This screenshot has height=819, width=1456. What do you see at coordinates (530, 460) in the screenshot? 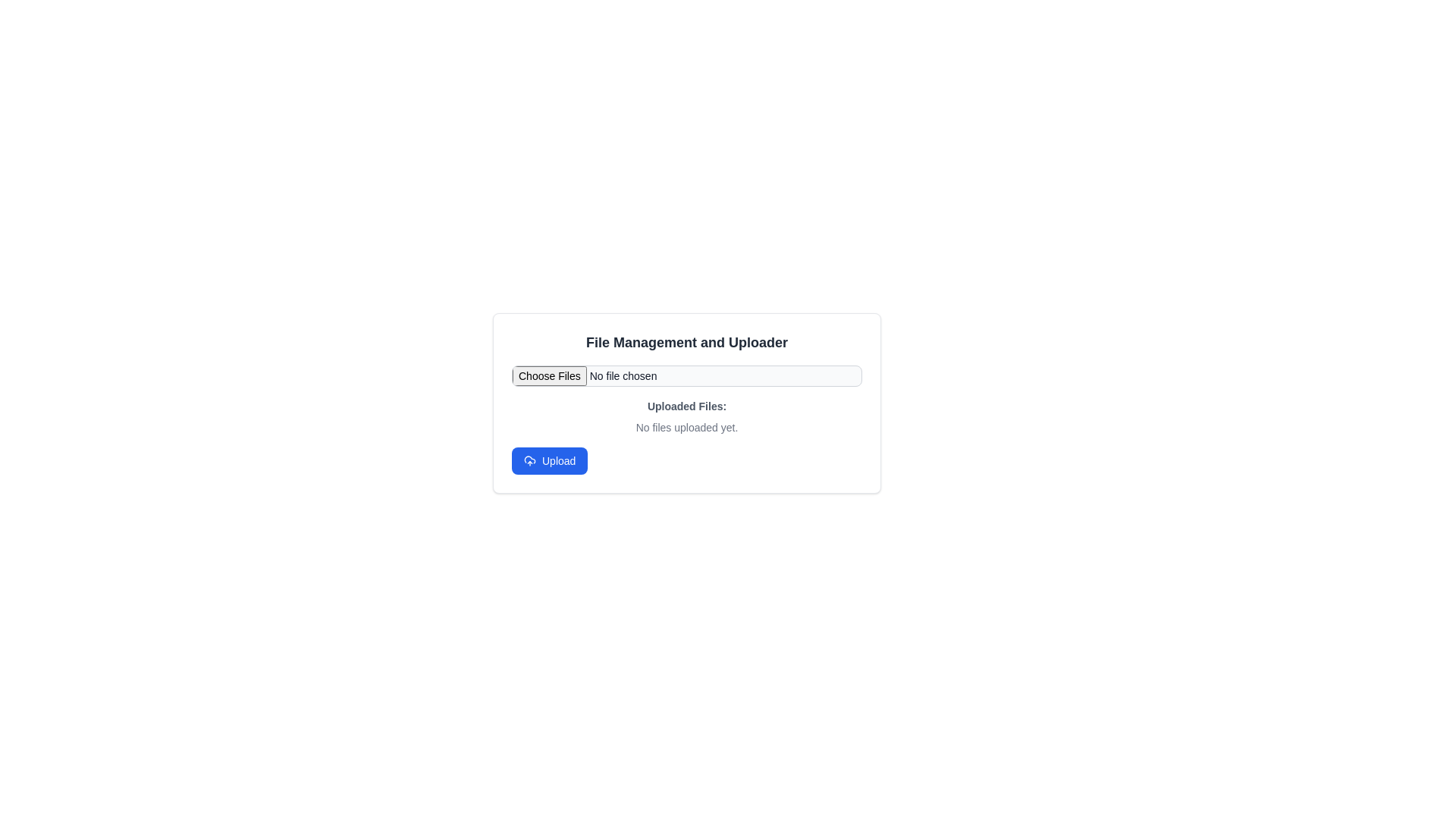
I see `the upload icon, which is the leftmost component of the blue 'Upload' button located at the bottom left of the file upload section` at bounding box center [530, 460].